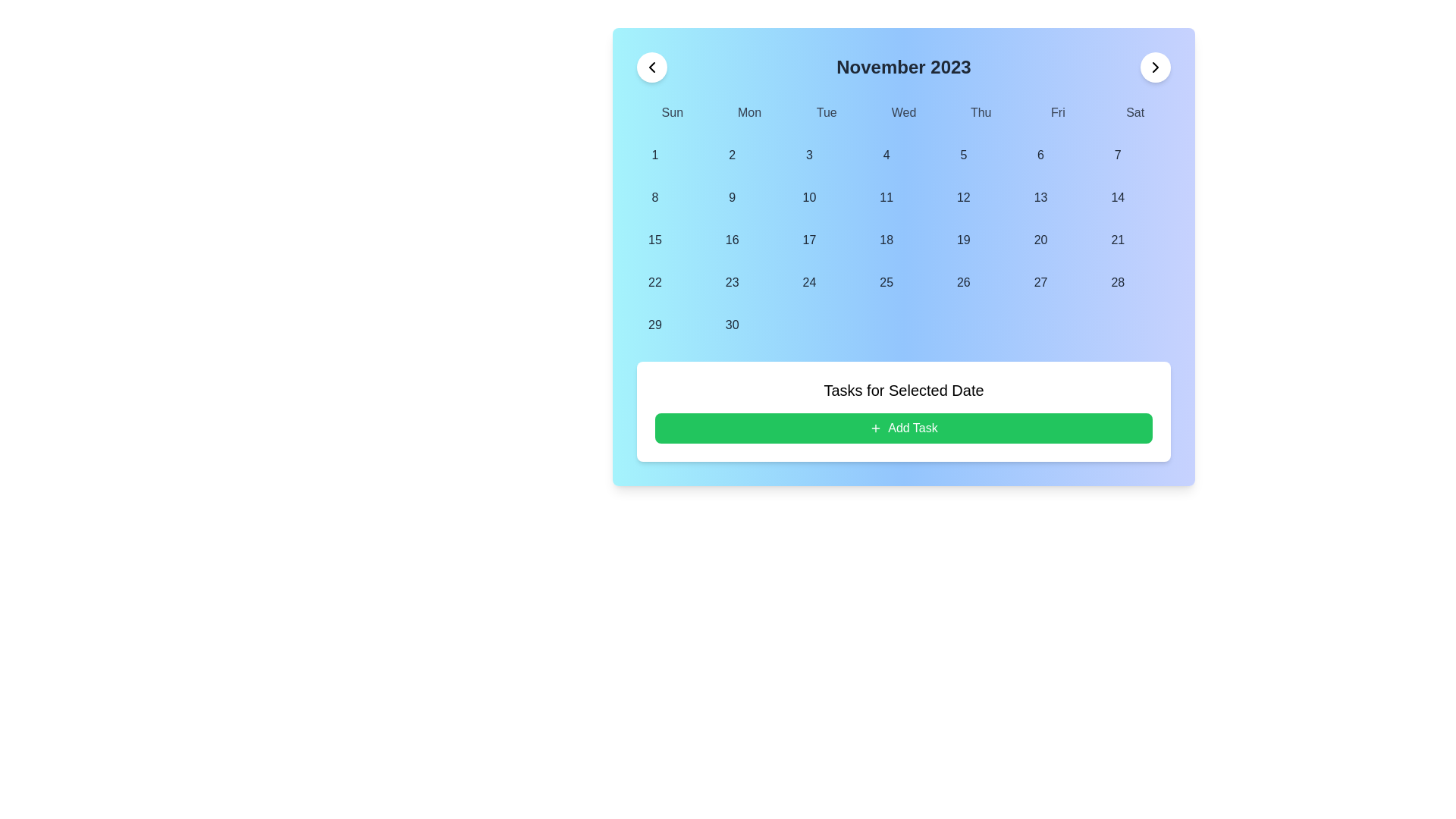 The width and height of the screenshot is (1456, 819). I want to click on the calendar date selector button displaying the number '7', which is styled as a rounded square with a light hover effect, located in the first row and seventh column of the calendar interface, so click(1118, 155).